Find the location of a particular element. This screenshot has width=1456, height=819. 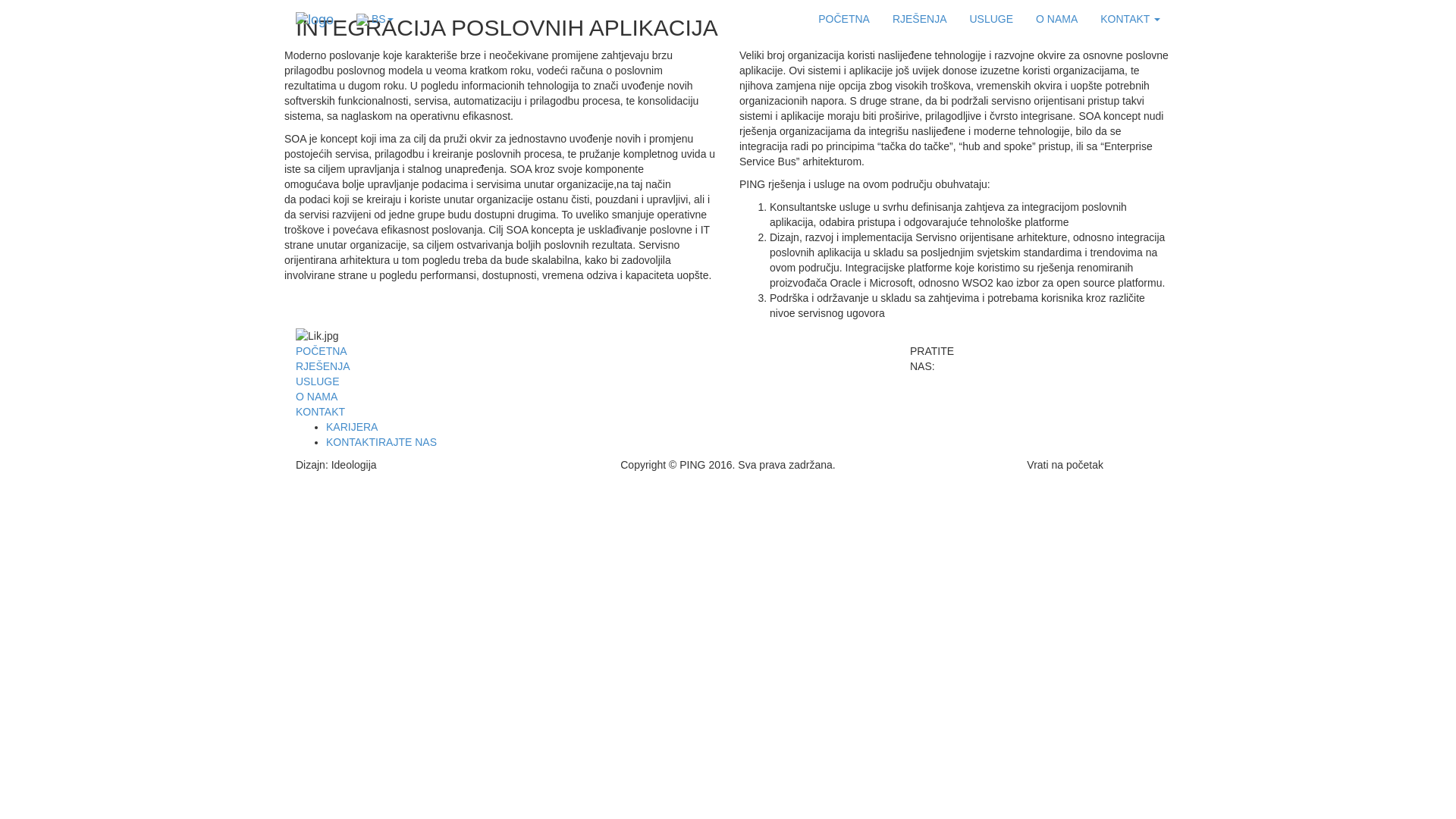

'KONTAKTIRAJTE NAS' is located at coordinates (381, 441).